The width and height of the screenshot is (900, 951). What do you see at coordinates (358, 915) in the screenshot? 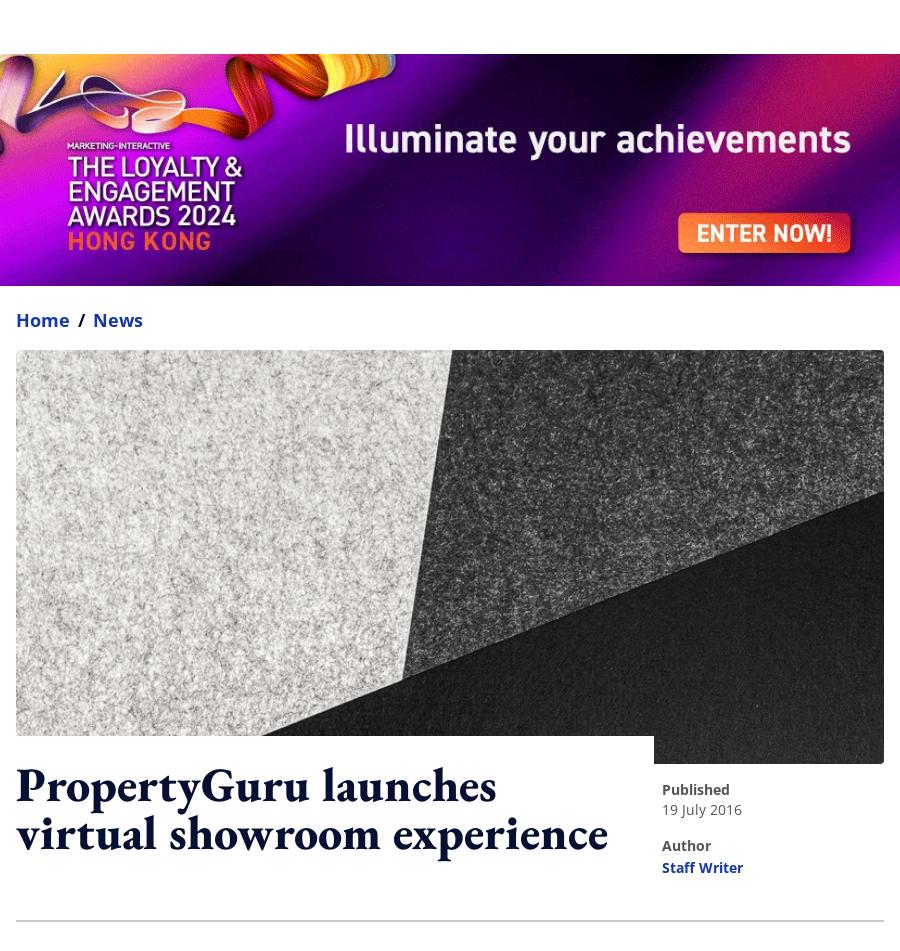
I see `'awards'` at bounding box center [358, 915].